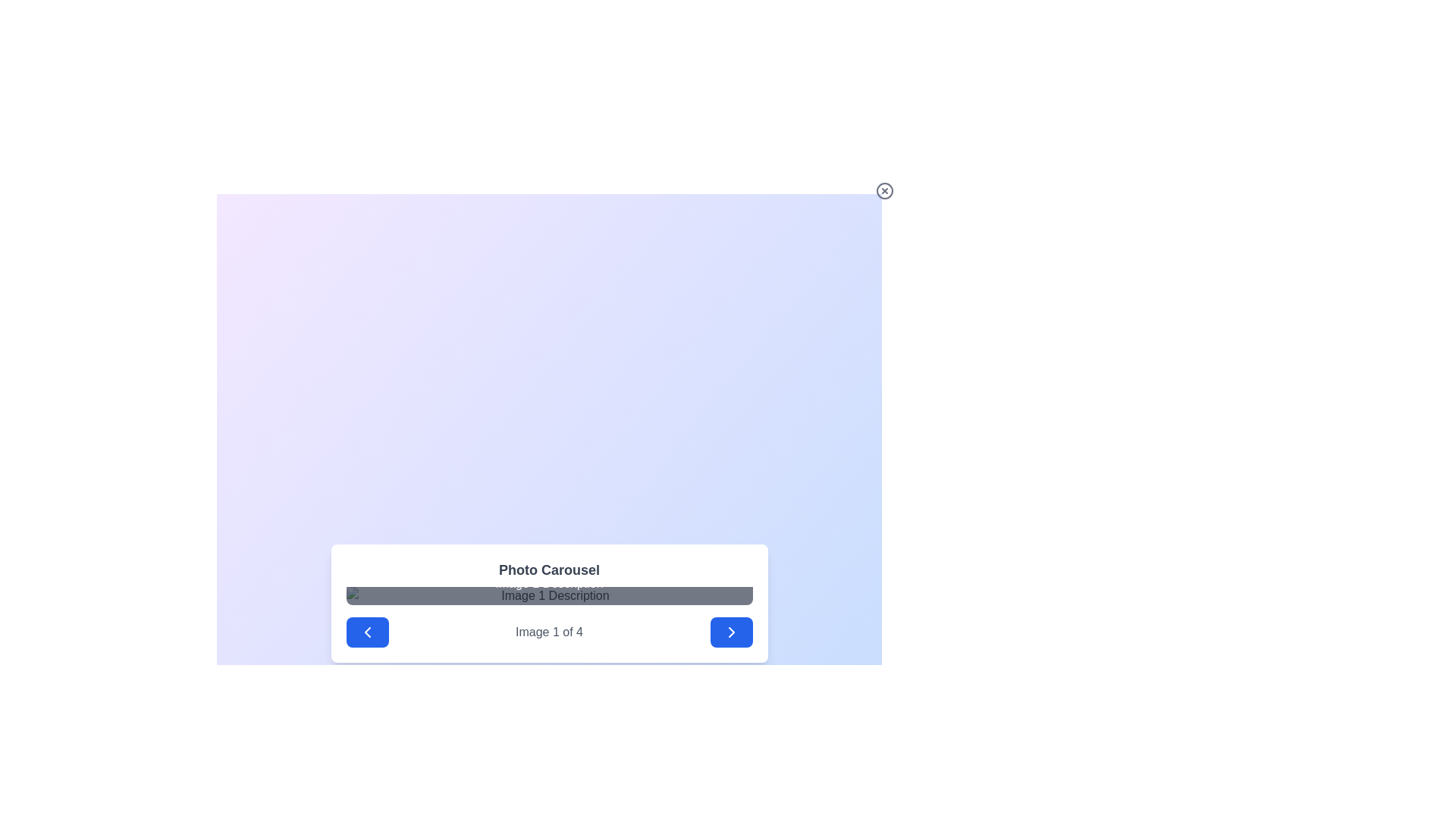 Image resolution: width=1456 pixels, height=819 pixels. Describe the element at coordinates (367, 632) in the screenshot. I see `the blue rectangular button with rounded corners and a left-pointing chevron icon` at that location.